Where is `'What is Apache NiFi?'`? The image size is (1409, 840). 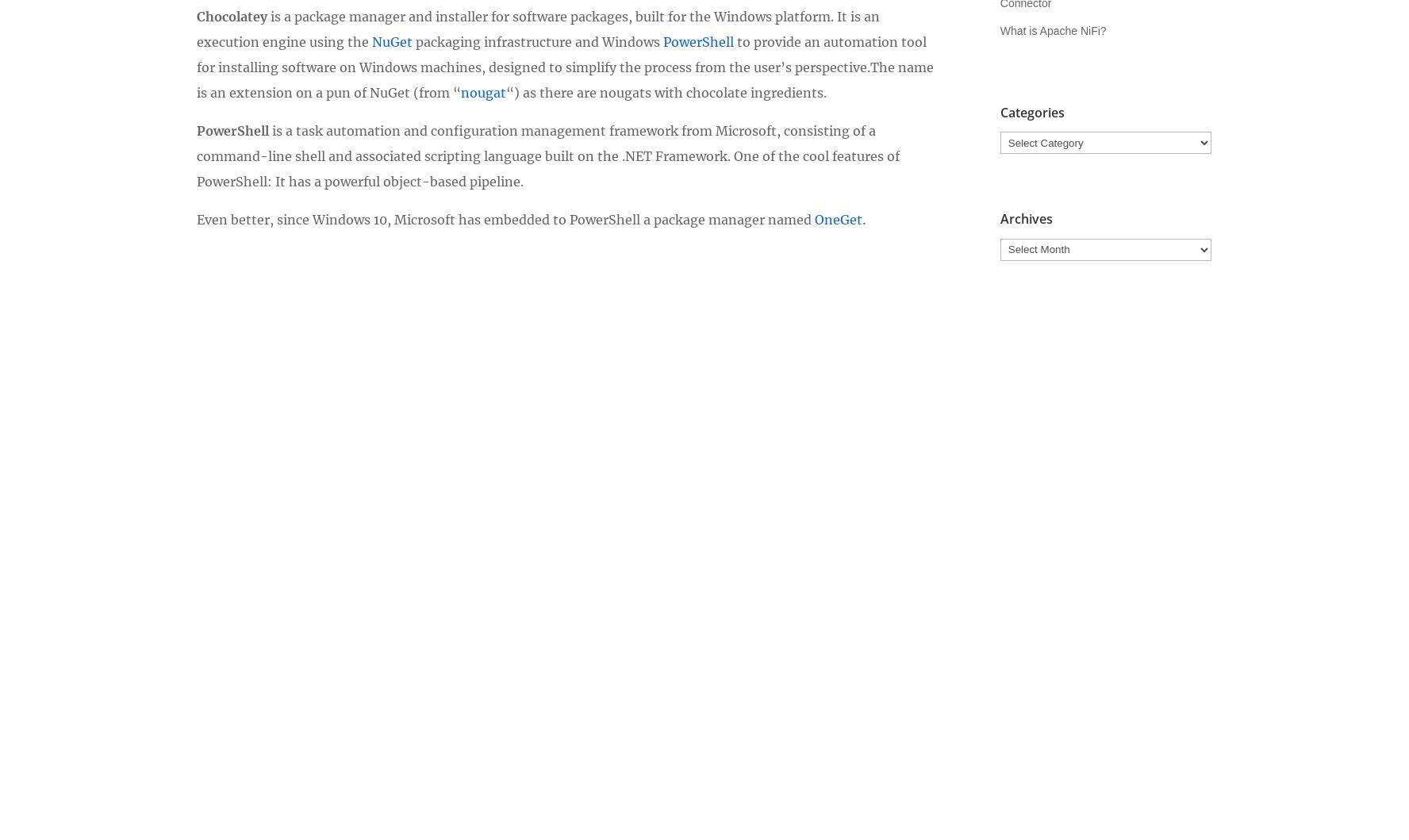 'What is Apache NiFi?' is located at coordinates (1053, 30).